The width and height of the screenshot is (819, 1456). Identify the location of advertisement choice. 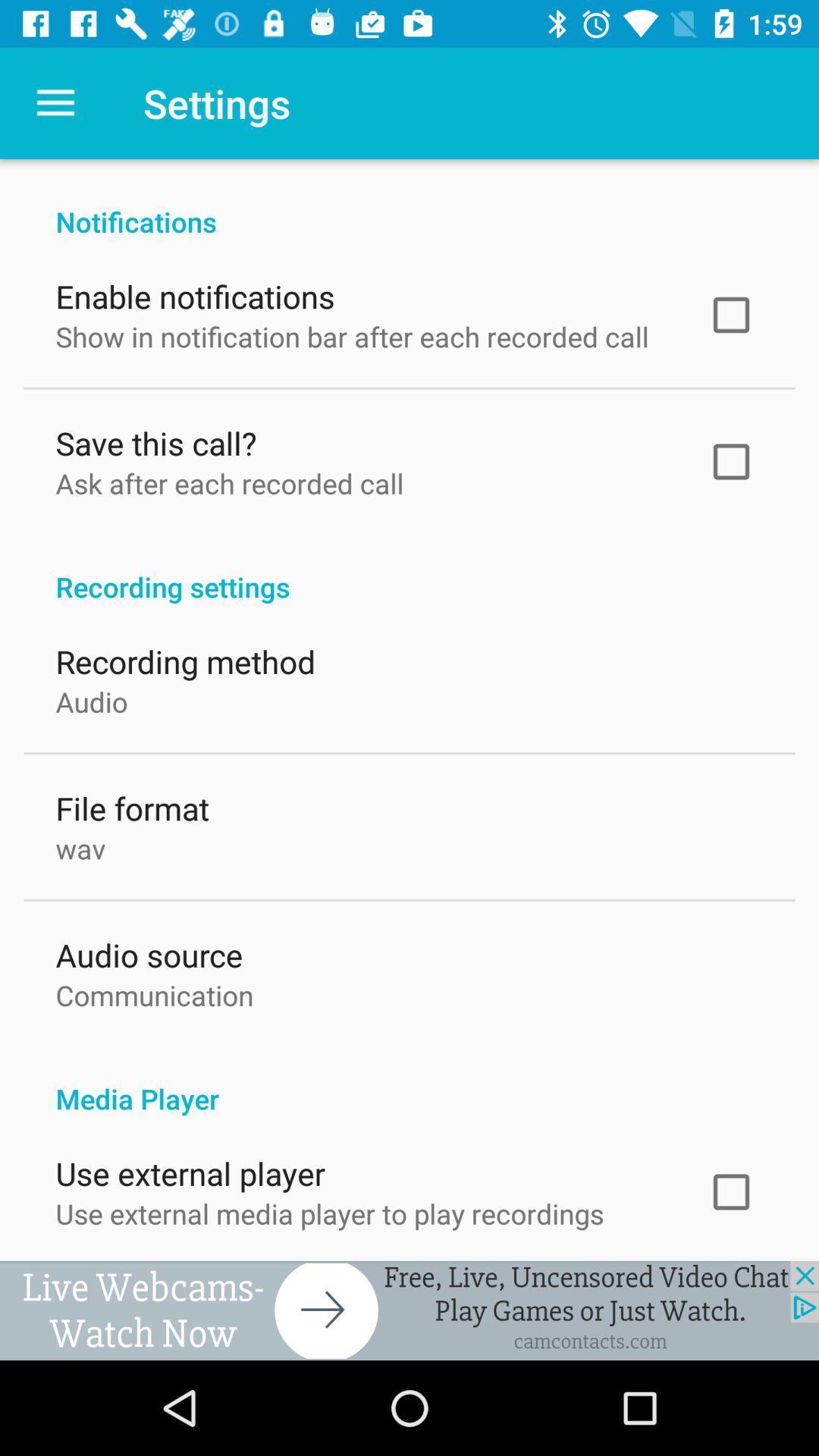
(409, 1310).